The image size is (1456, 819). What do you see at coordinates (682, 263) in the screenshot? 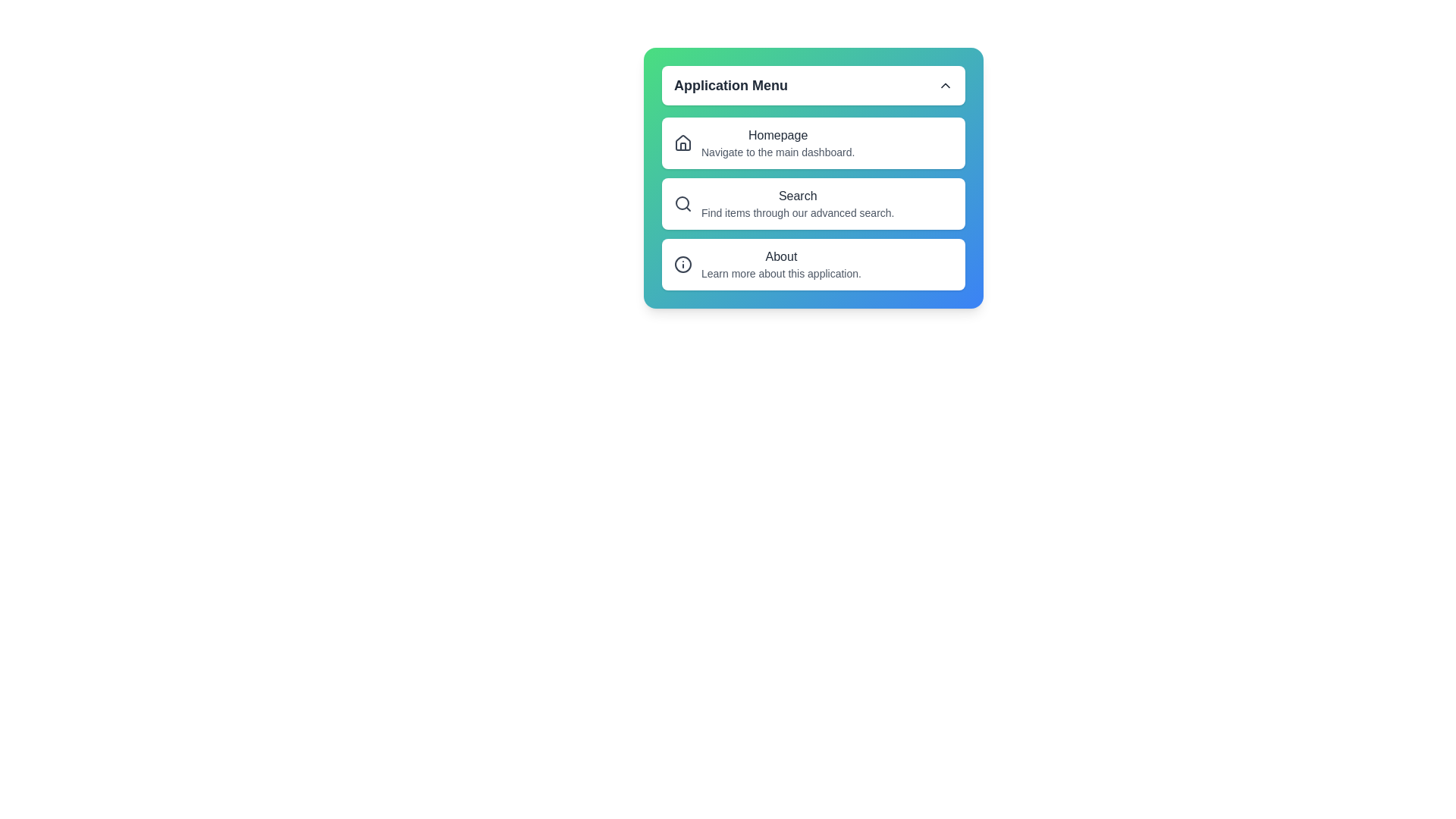
I see `the icon corresponding to About in the menu` at bounding box center [682, 263].